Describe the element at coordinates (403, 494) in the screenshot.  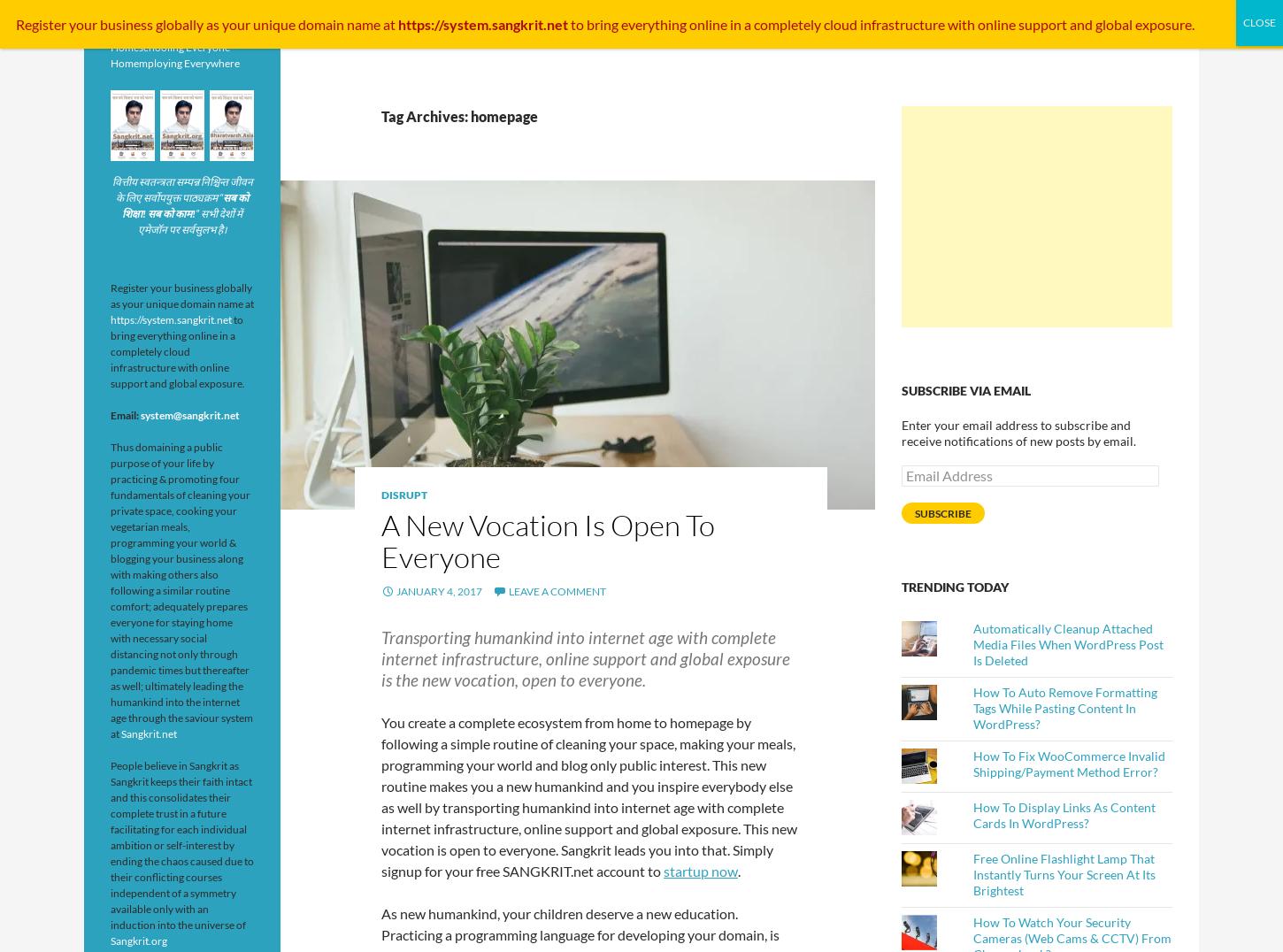
I see `'Disrupt'` at that location.